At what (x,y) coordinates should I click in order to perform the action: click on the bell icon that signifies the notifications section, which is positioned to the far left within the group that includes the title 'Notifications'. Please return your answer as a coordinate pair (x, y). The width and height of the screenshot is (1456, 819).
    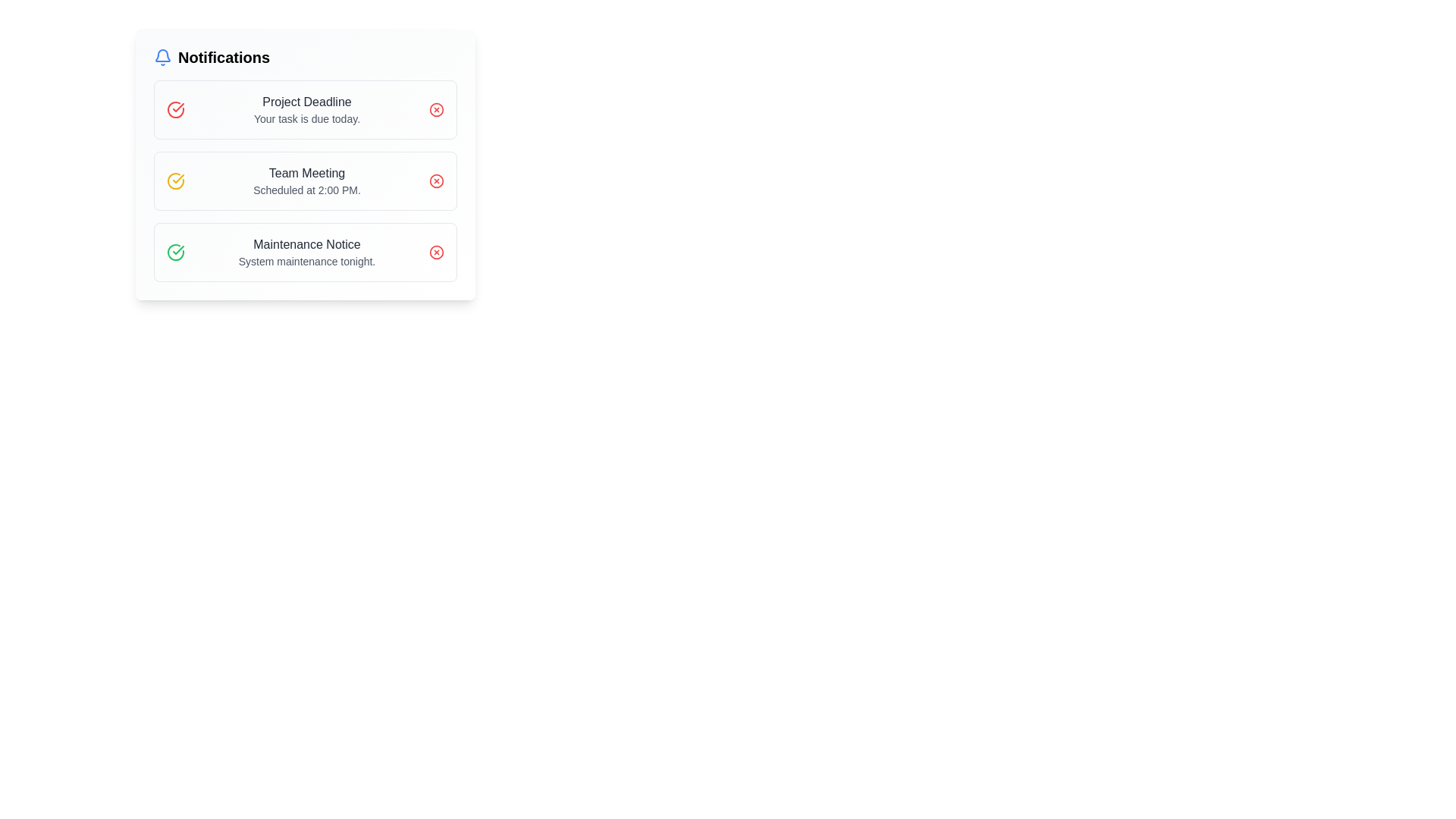
    Looking at the image, I should click on (163, 57).